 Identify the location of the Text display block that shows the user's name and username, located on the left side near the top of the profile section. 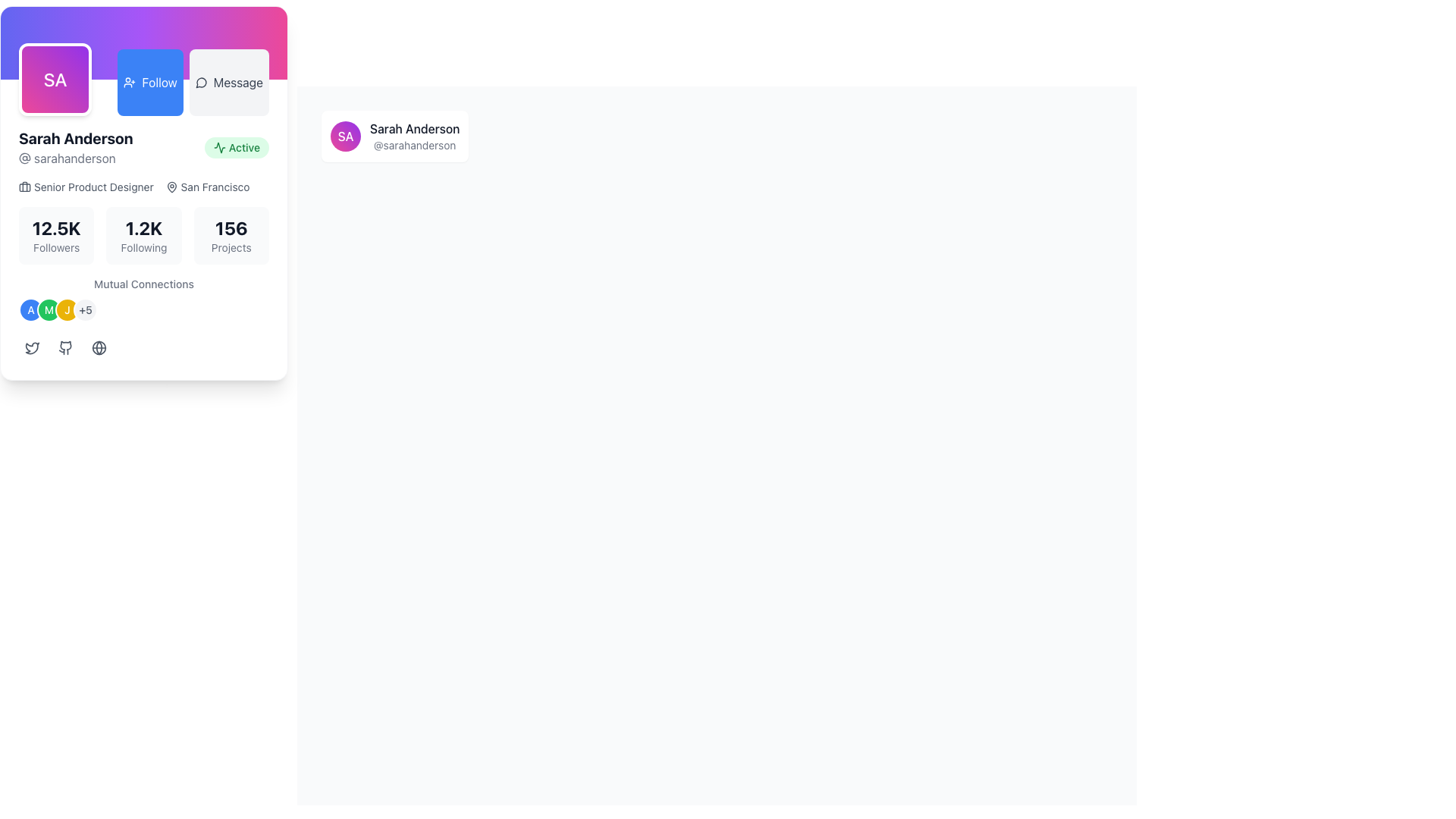
(75, 148).